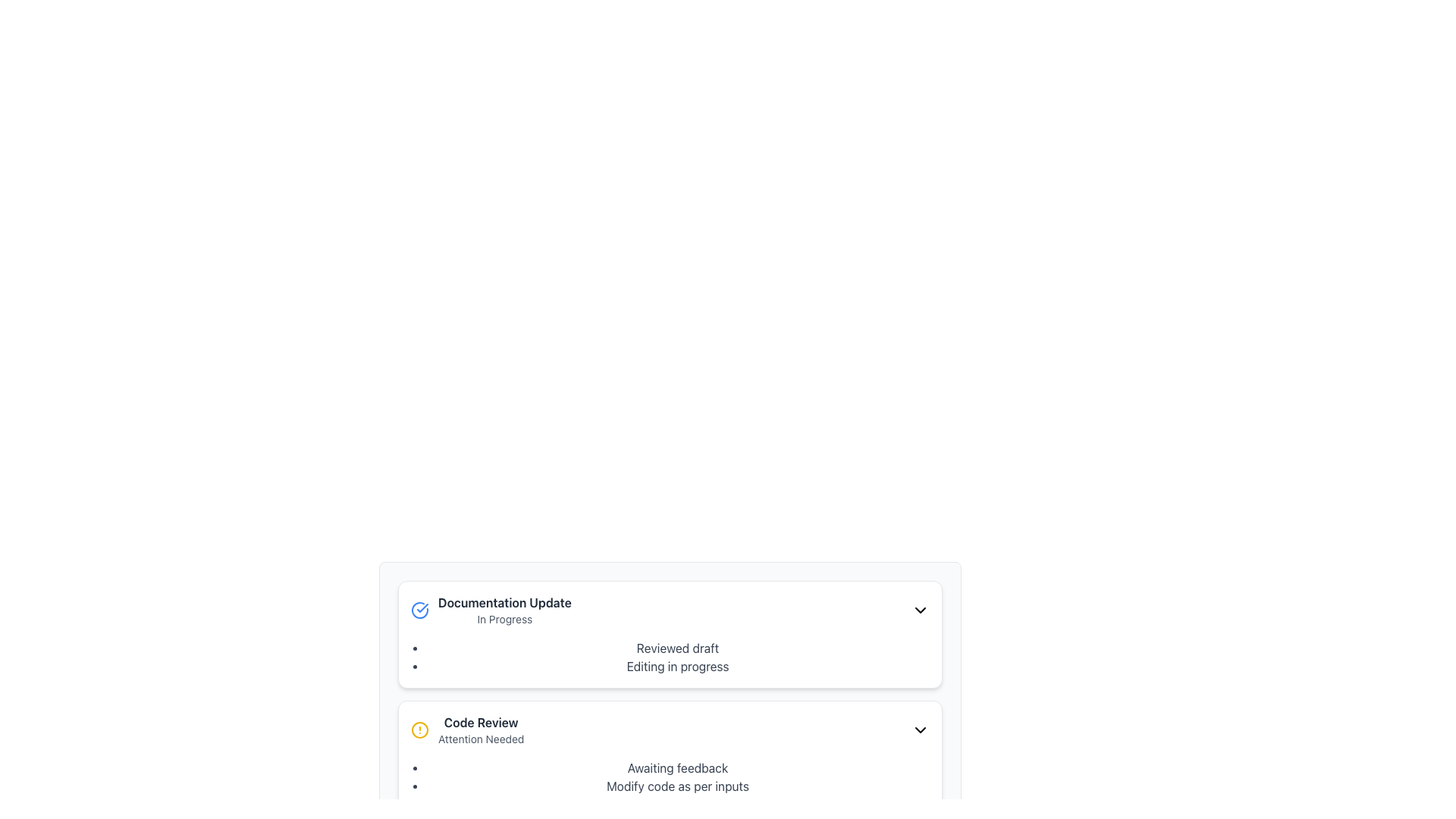 Image resolution: width=1456 pixels, height=819 pixels. What do you see at coordinates (504, 610) in the screenshot?
I see `the 'Documentation Update' text label, which displays two lines of text with the first line in bold dark gray and the second line in smaller light gray, located above the 'Code Review' element` at bounding box center [504, 610].